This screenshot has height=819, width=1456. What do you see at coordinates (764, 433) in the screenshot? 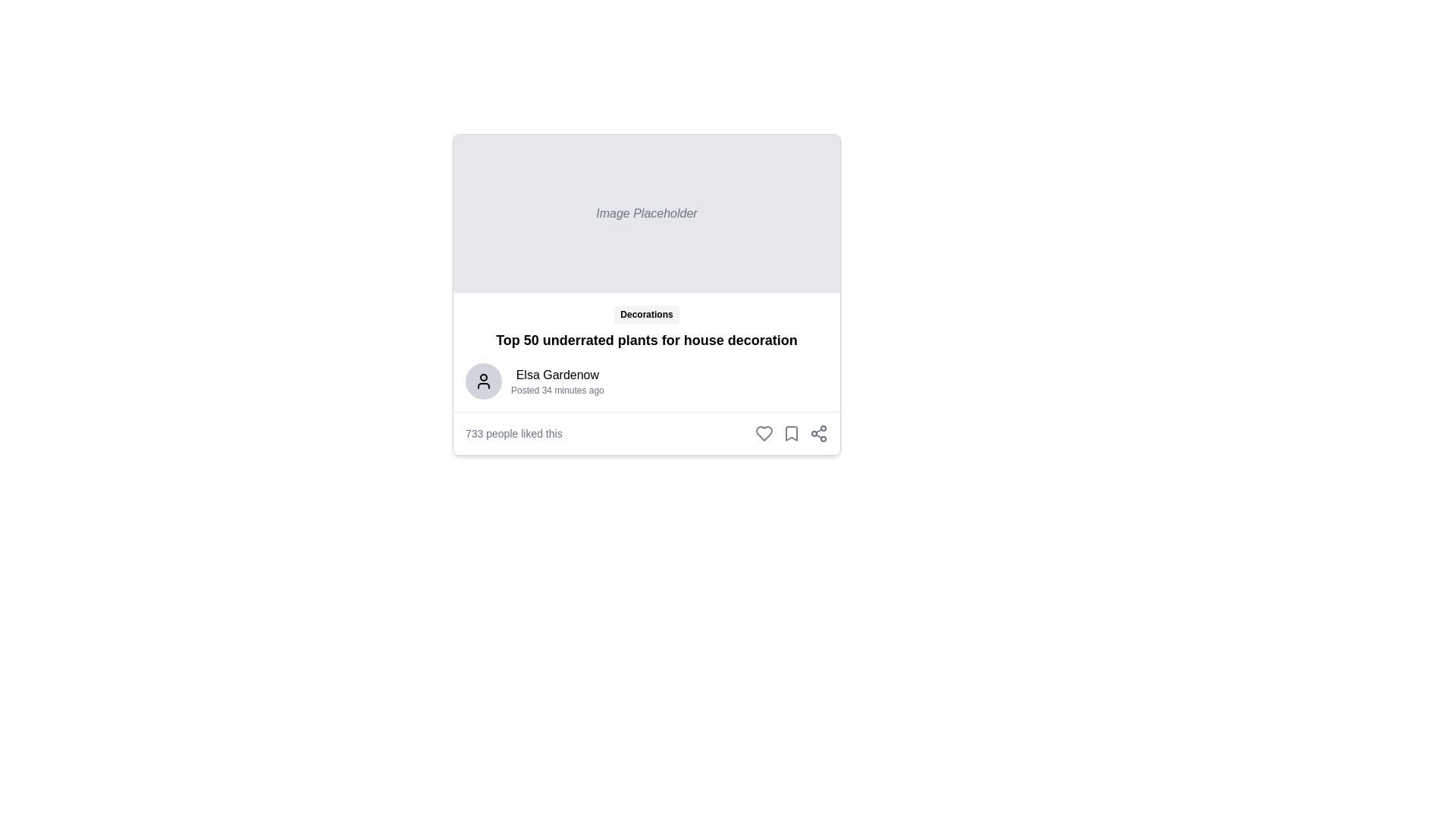
I see `the heart-shaped button located at the bottom-right corner of the card layout` at bounding box center [764, 433].